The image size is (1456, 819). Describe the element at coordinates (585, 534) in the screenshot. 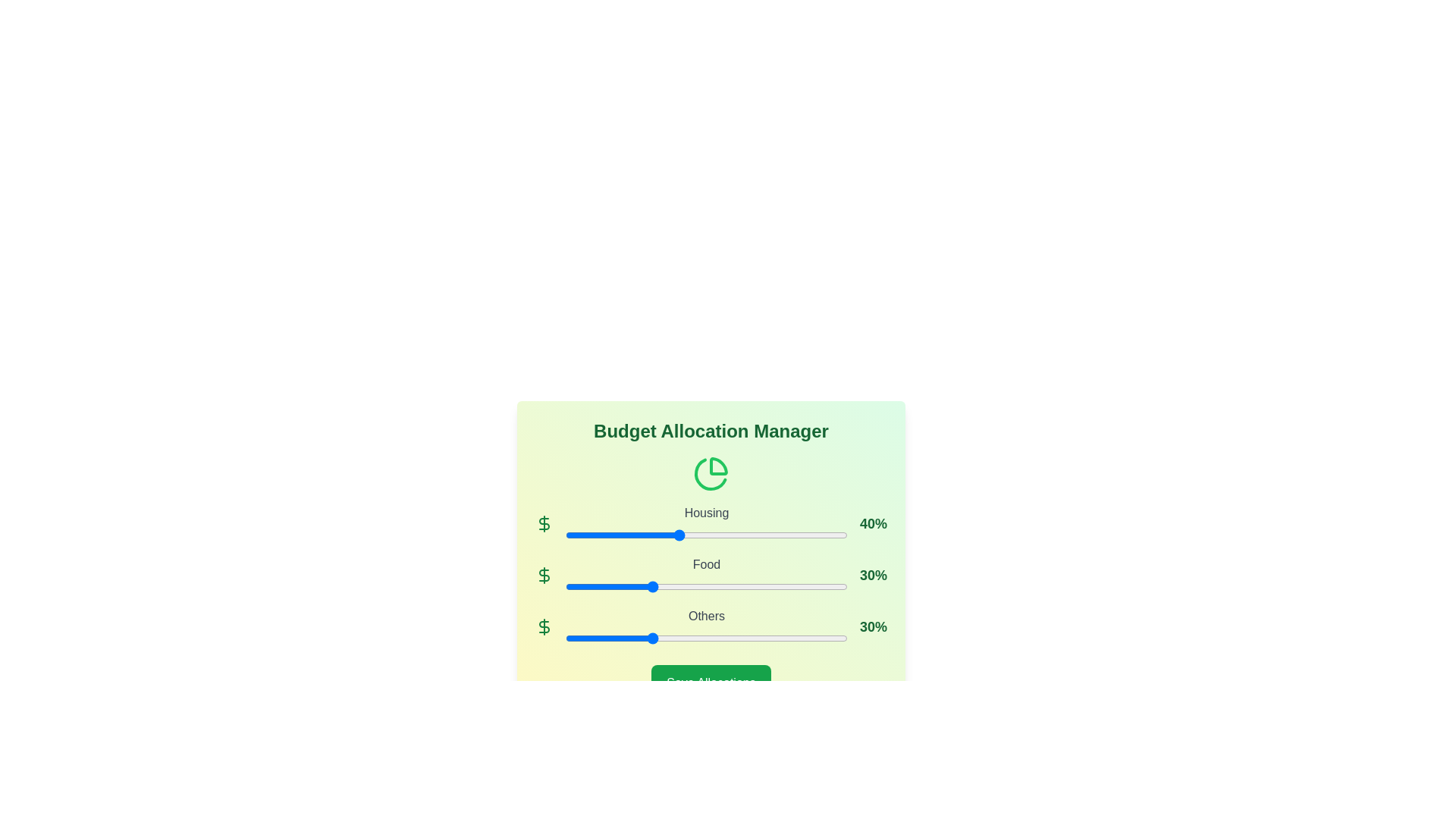

I see `the Housing allocation slider to 7%` at that location.